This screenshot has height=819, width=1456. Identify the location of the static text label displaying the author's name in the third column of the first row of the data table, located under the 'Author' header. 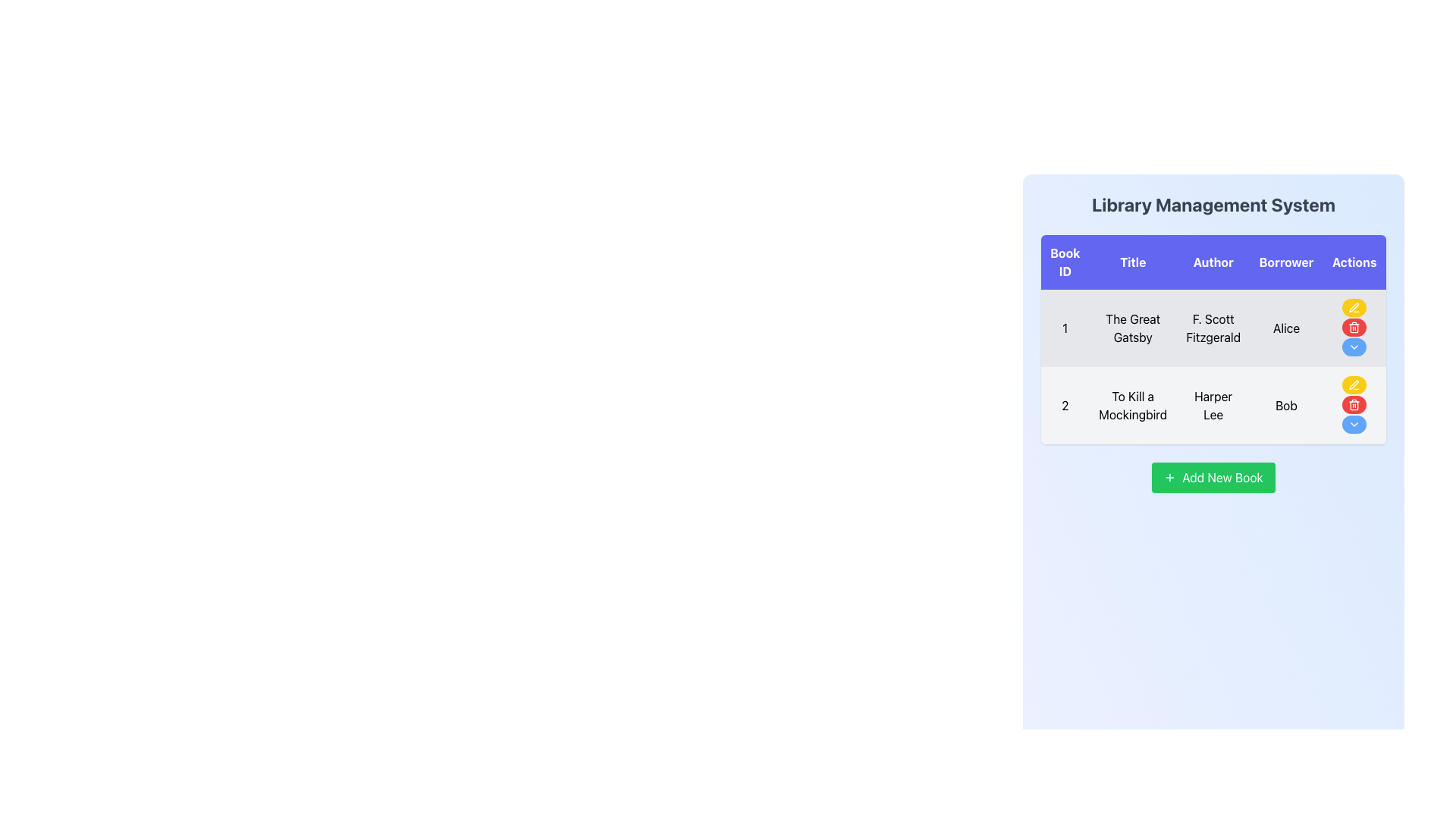
(1213, 327).